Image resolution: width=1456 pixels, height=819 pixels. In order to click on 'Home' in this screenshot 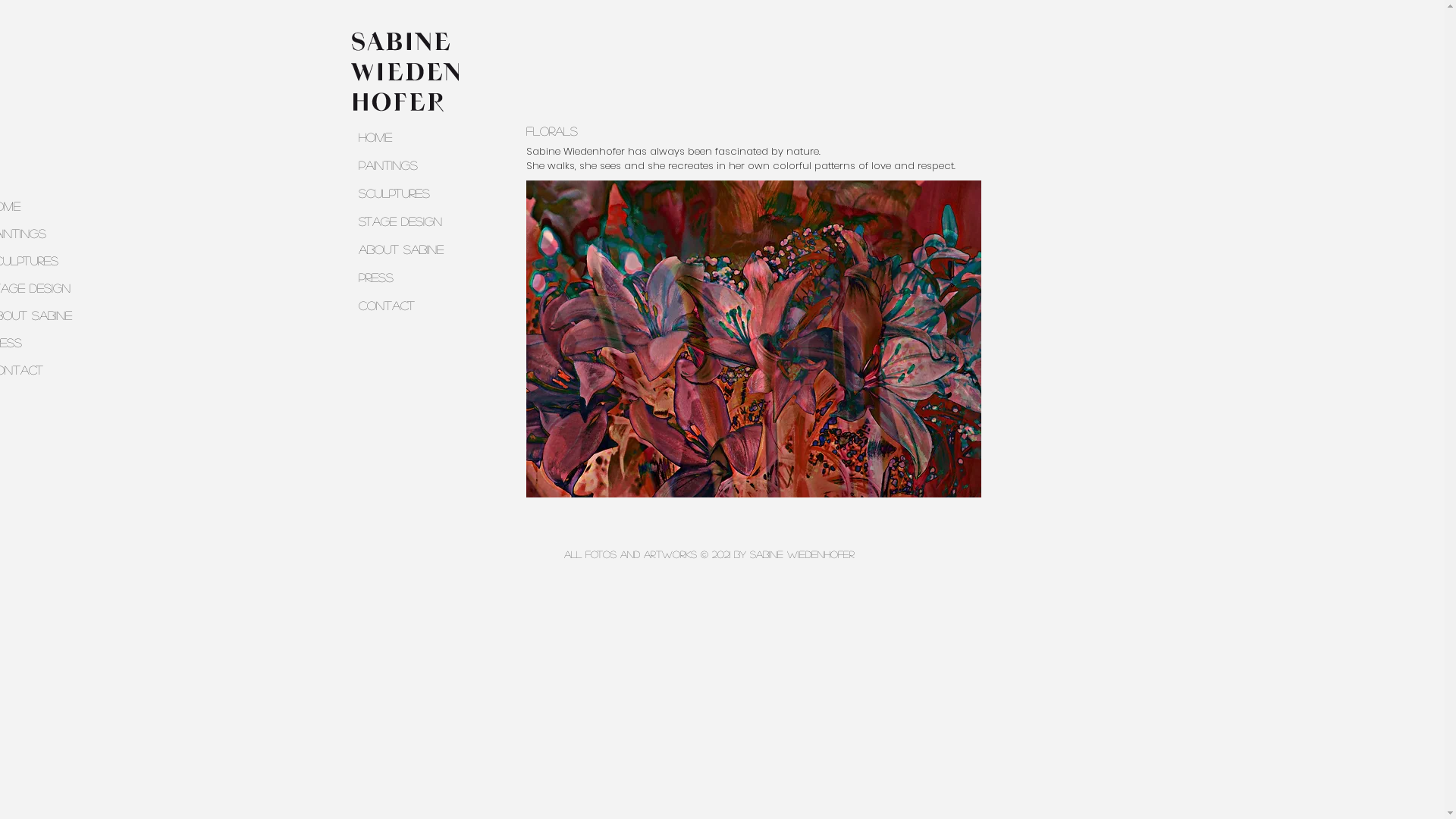, I will do `click(416, 136)`.